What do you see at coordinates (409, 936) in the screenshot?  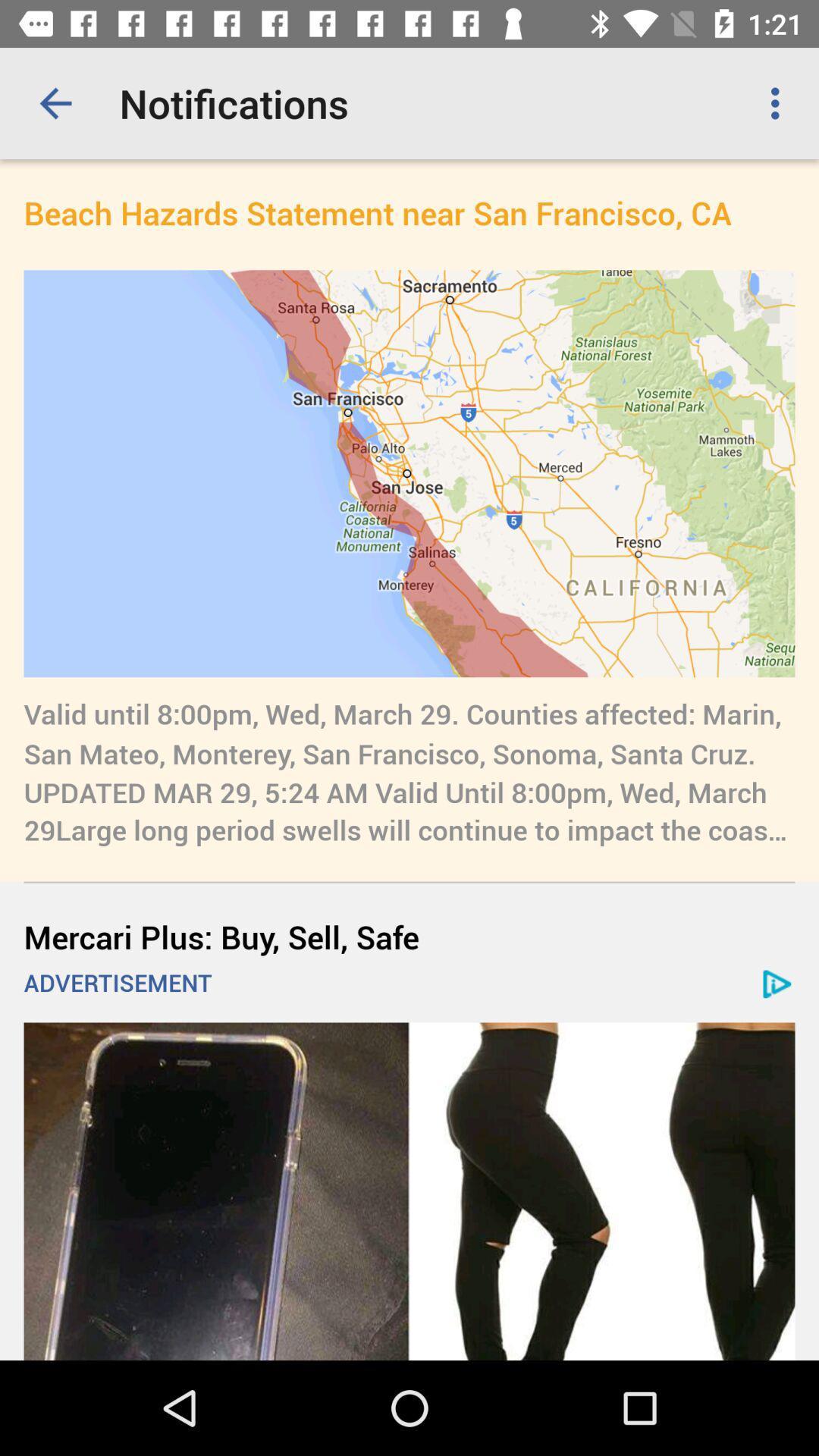 I see `the mercari plus buy icon` at bounding box center [409, 936].